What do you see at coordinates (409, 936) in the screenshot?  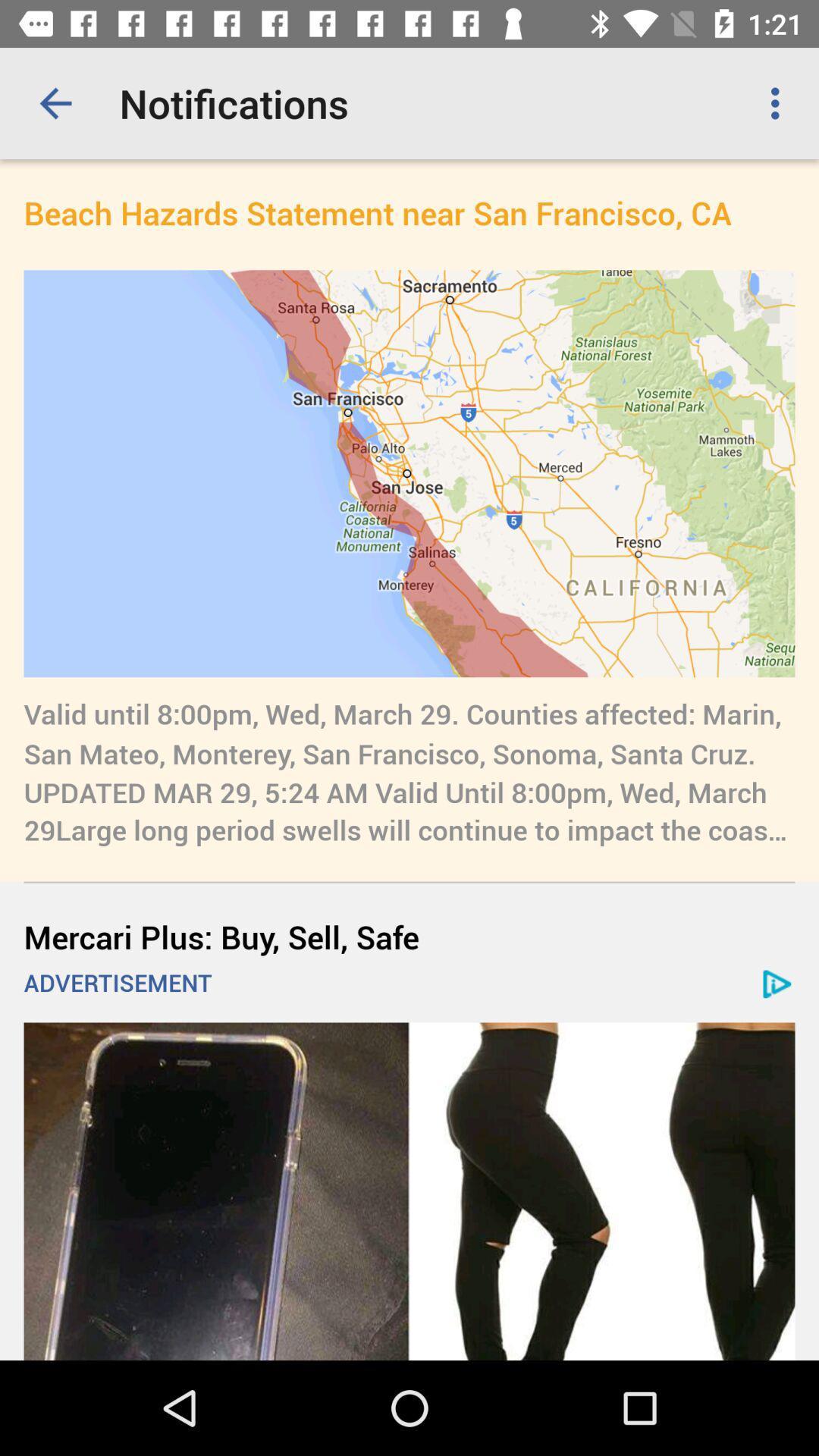 I see `the mercari plus buy icon` at bounding box center [409, 936].